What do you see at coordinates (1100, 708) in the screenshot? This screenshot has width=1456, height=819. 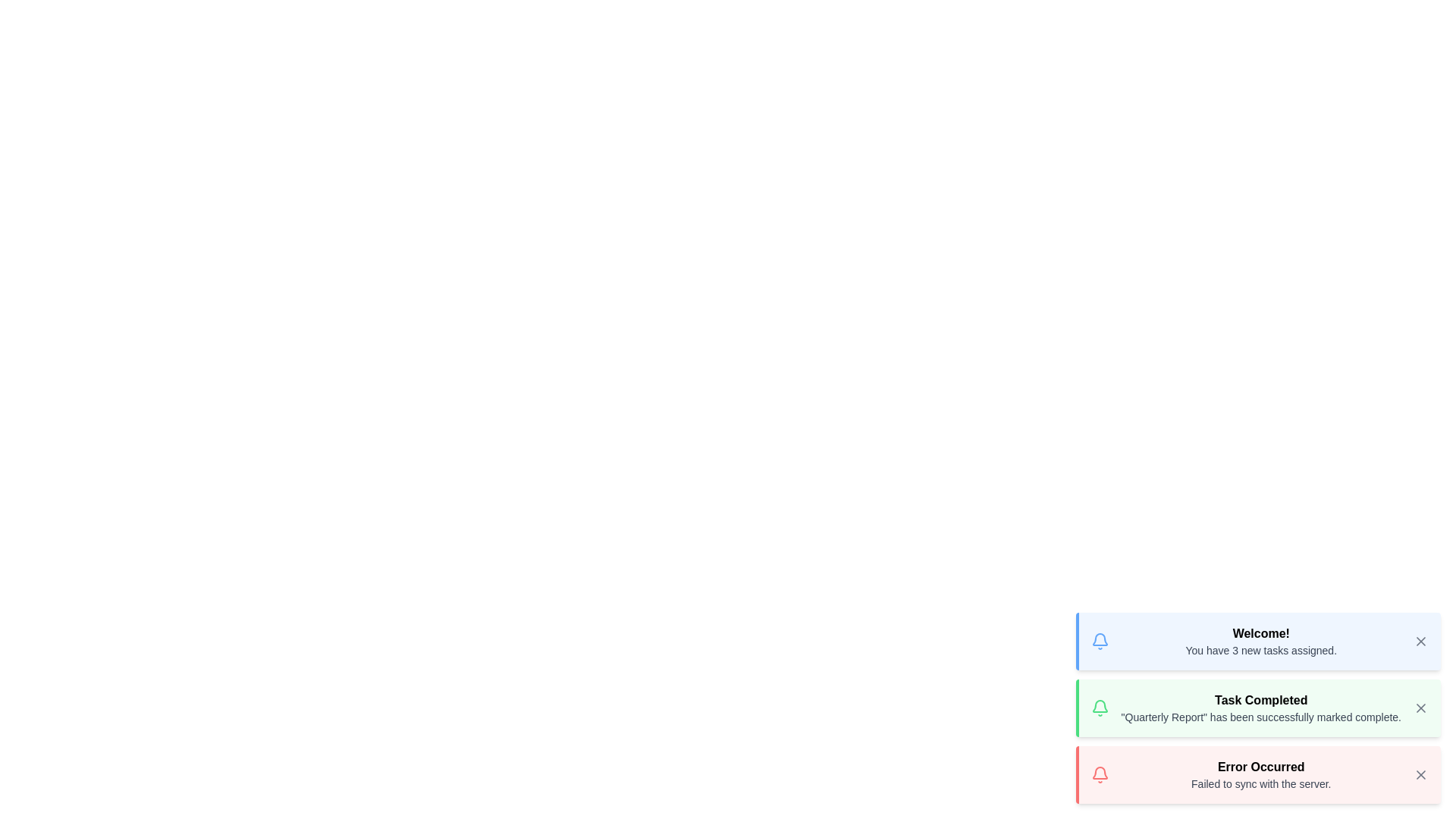 I see `the bell icon representing a notification, located on the left side of the green box labeled 'Task Completed'` at bounding box center [1100, 708].